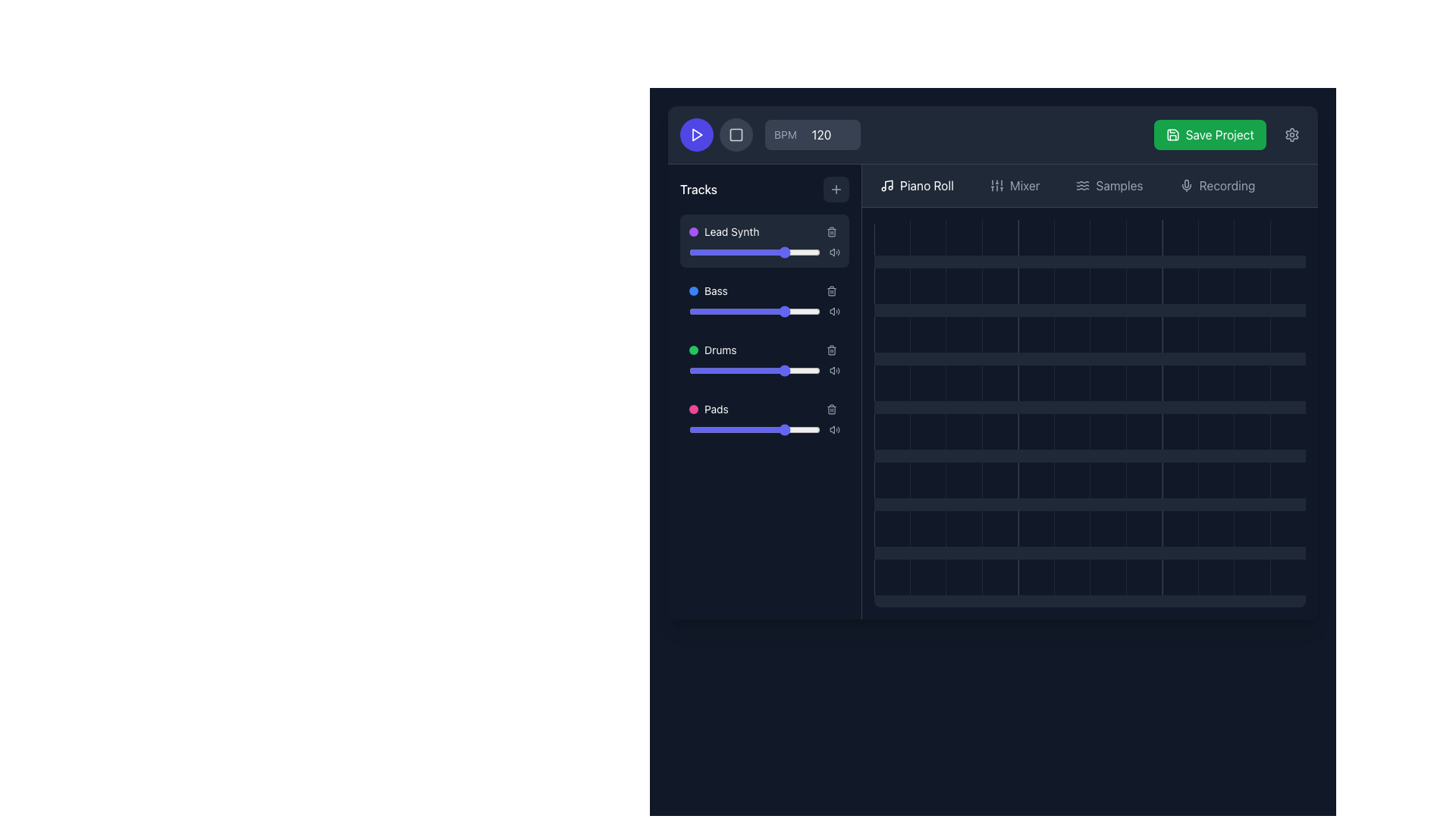 The width and height of the screenshot is (1456, 819). I want to click on the inactive grid cell located in the bottom row and ninth column of the grid interface, so click(1179, 528).